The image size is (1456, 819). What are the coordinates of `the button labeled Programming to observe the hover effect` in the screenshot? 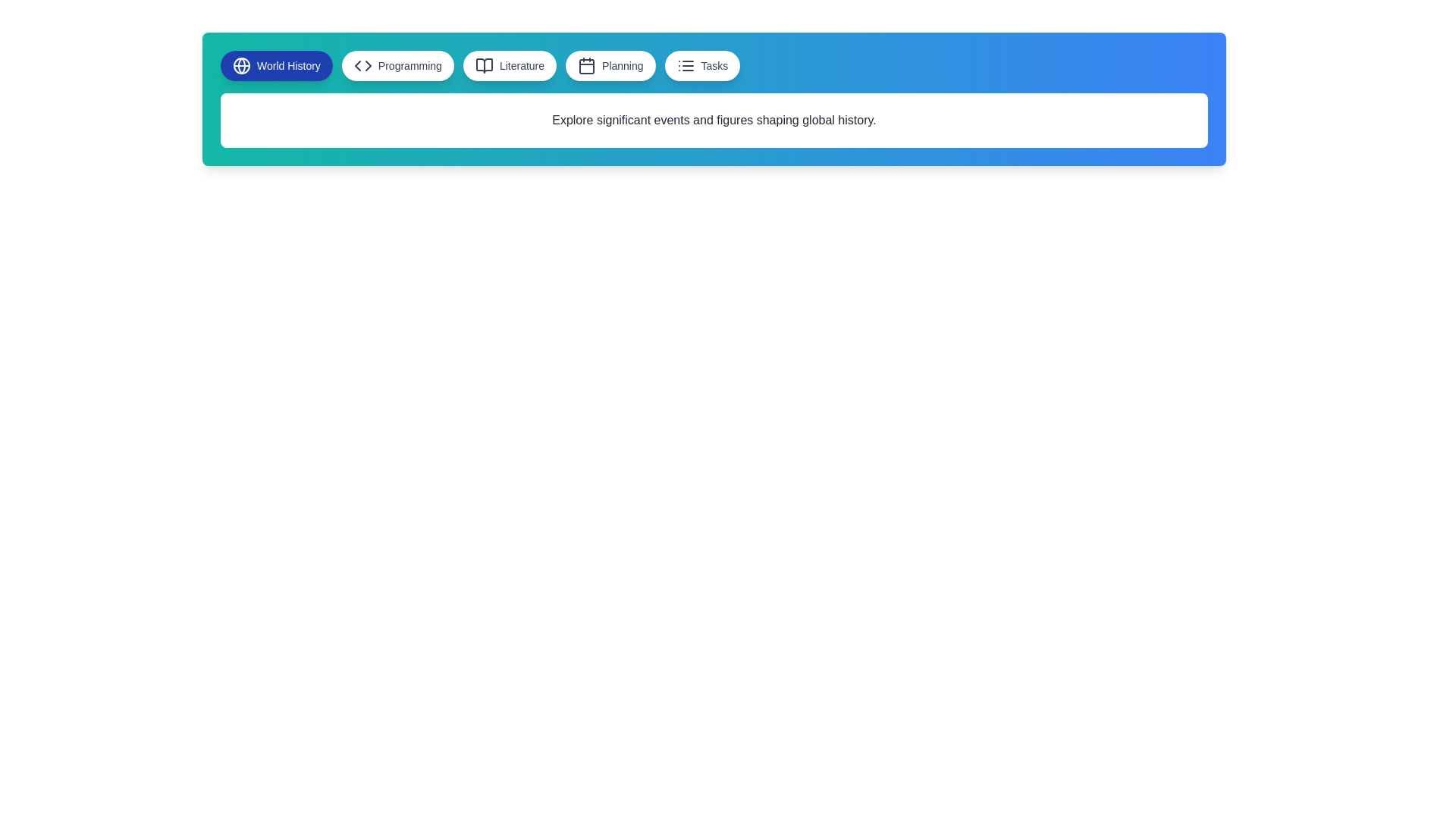 It's located at (397, 65).